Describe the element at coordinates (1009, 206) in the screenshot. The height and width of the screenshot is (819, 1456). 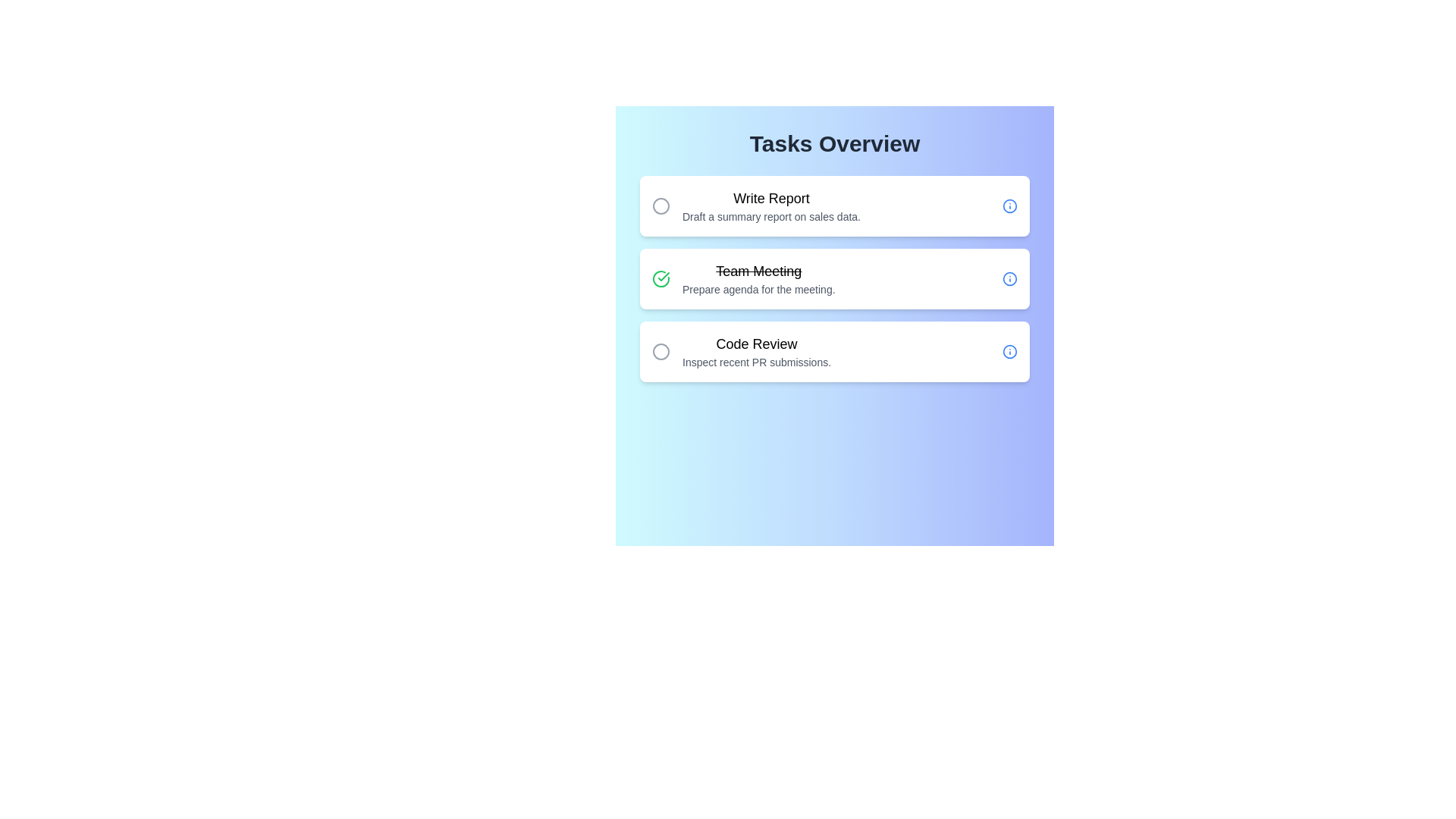
I see `the 'Info' icon for the task 'Write Report' to inspect its details` at that location.